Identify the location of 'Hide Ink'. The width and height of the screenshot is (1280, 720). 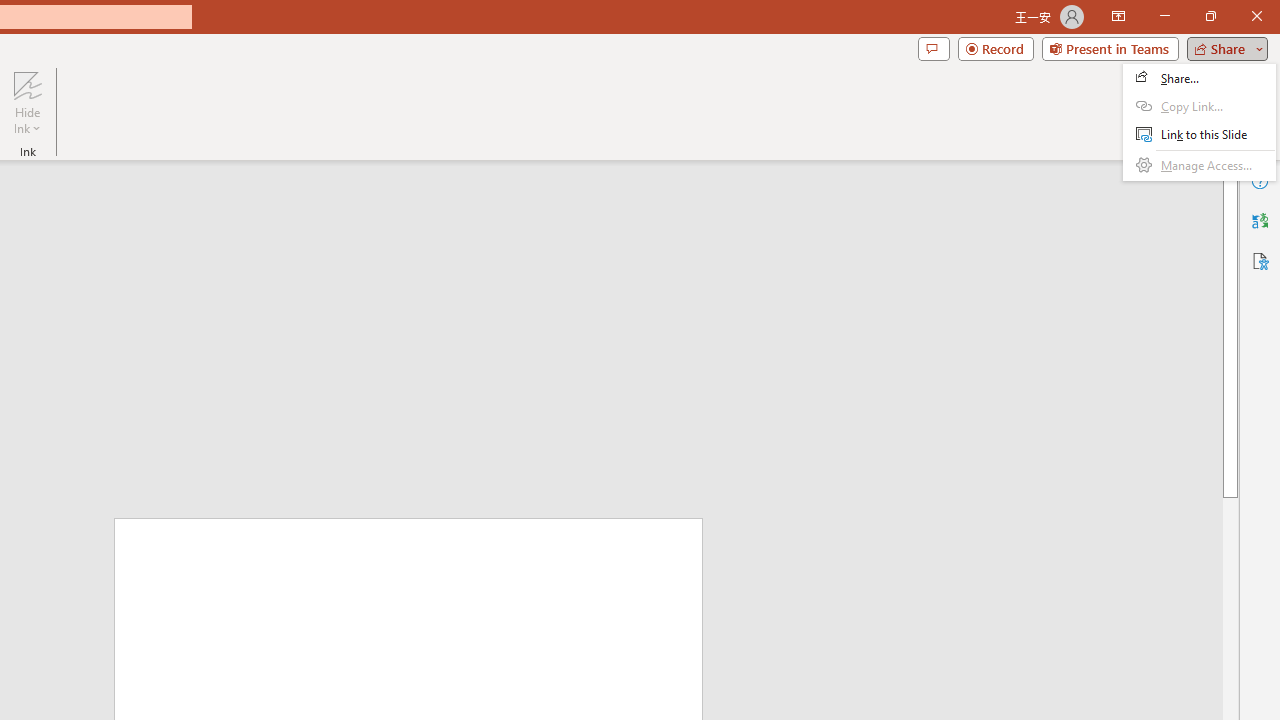
(27, 103).